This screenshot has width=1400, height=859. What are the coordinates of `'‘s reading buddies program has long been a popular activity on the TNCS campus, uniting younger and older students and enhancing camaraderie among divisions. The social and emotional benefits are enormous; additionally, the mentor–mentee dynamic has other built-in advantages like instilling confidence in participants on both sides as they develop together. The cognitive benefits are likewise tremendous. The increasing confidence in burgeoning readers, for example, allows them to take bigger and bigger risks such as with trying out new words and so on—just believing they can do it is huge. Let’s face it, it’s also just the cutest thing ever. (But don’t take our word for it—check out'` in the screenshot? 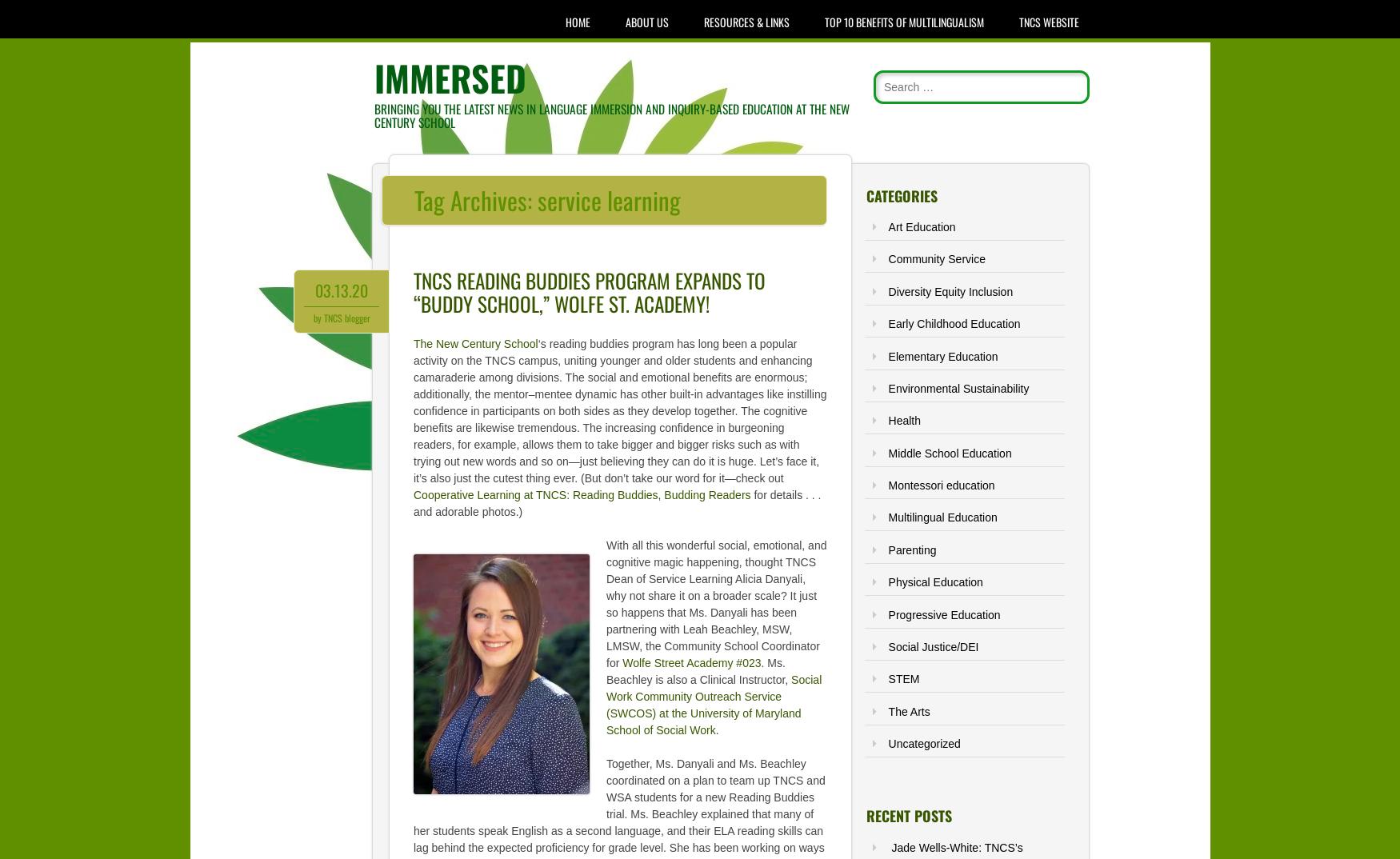 It's located at (412, 410).